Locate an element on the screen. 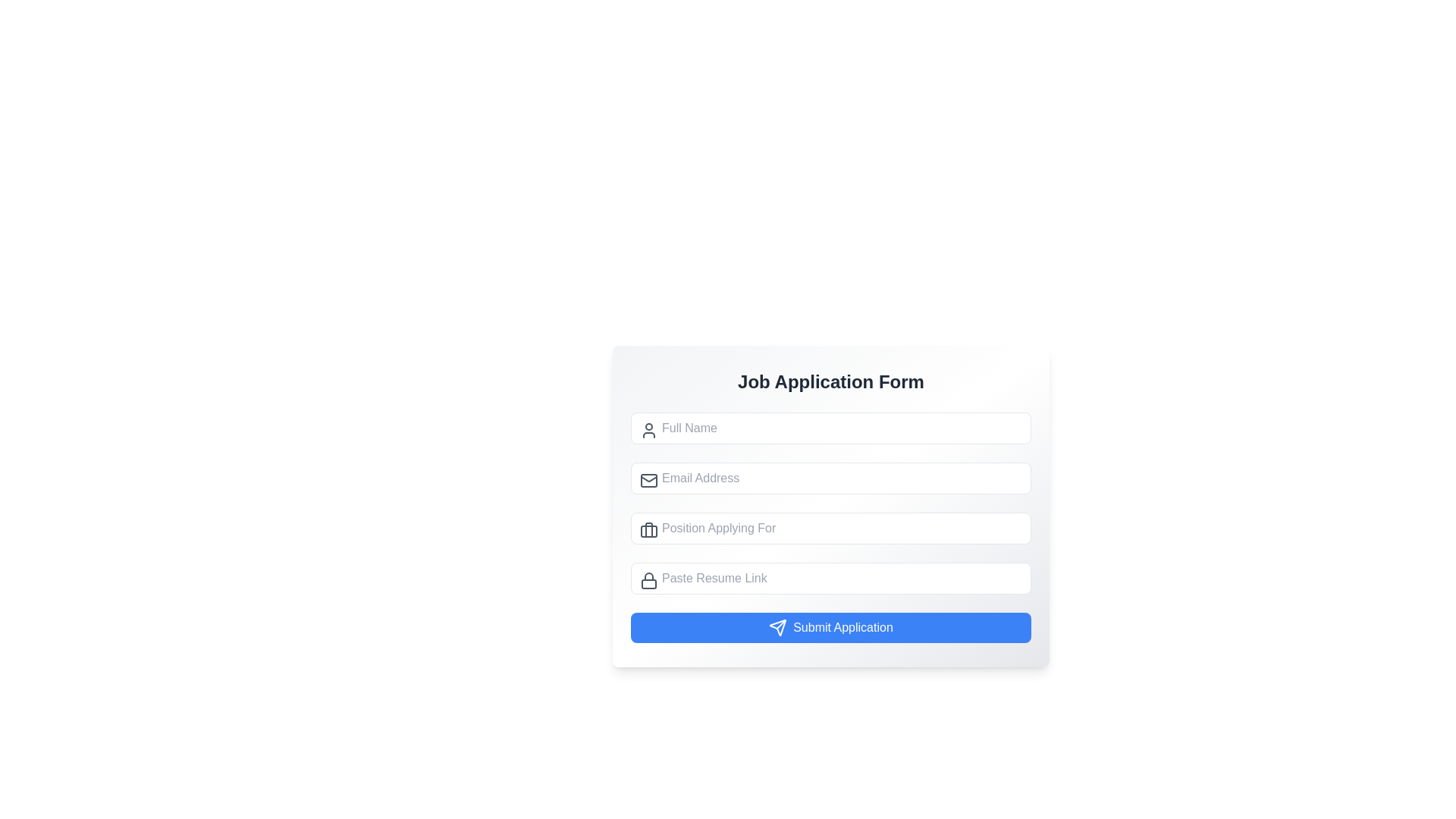 This screenshot has width=1456, height=819. the purpose of the form is located at coordinates (830, 381).